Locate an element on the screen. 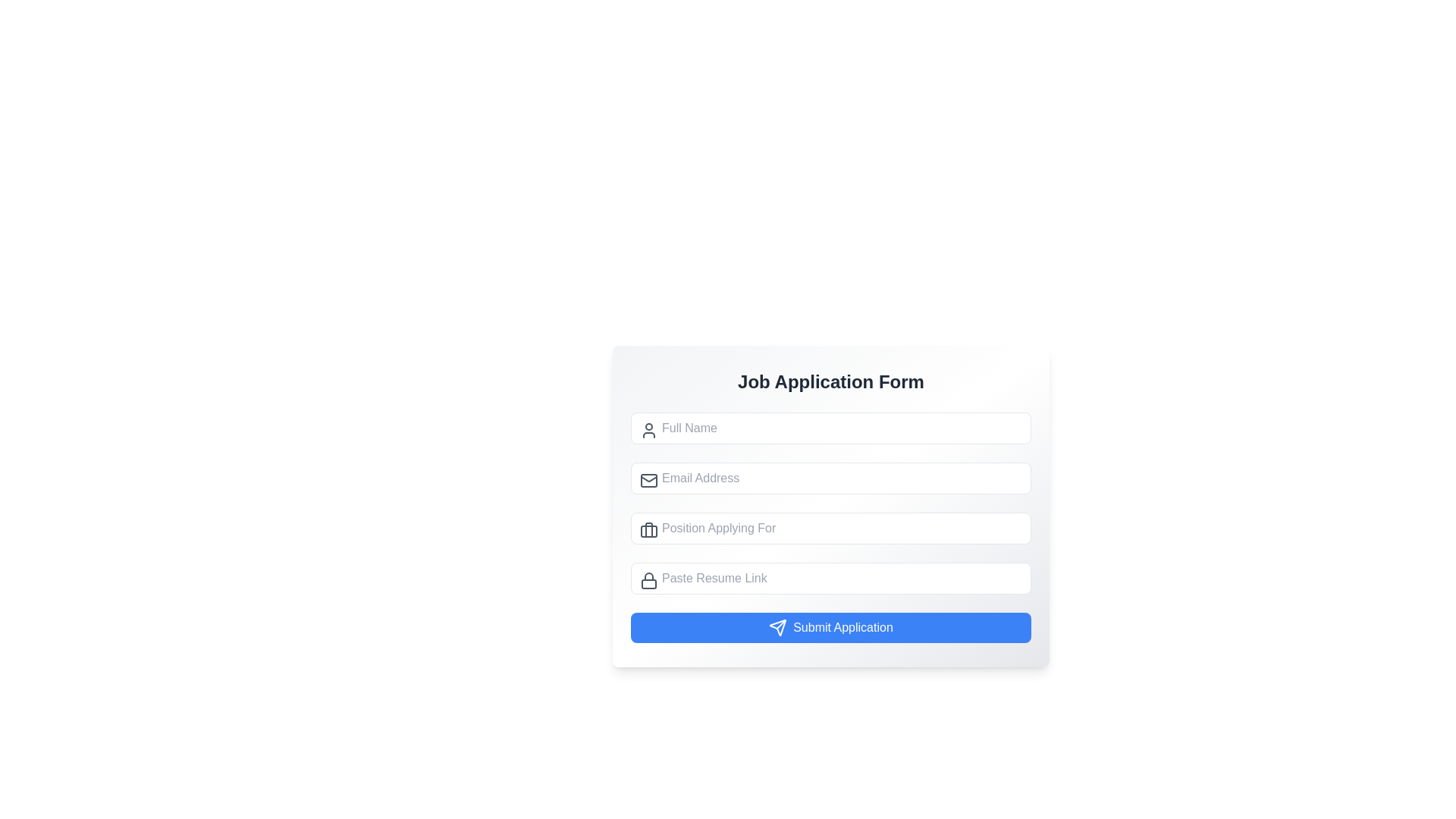 This screenshot has width=1456, height=819. the purpose of the form is located at coordinates (830, 381).